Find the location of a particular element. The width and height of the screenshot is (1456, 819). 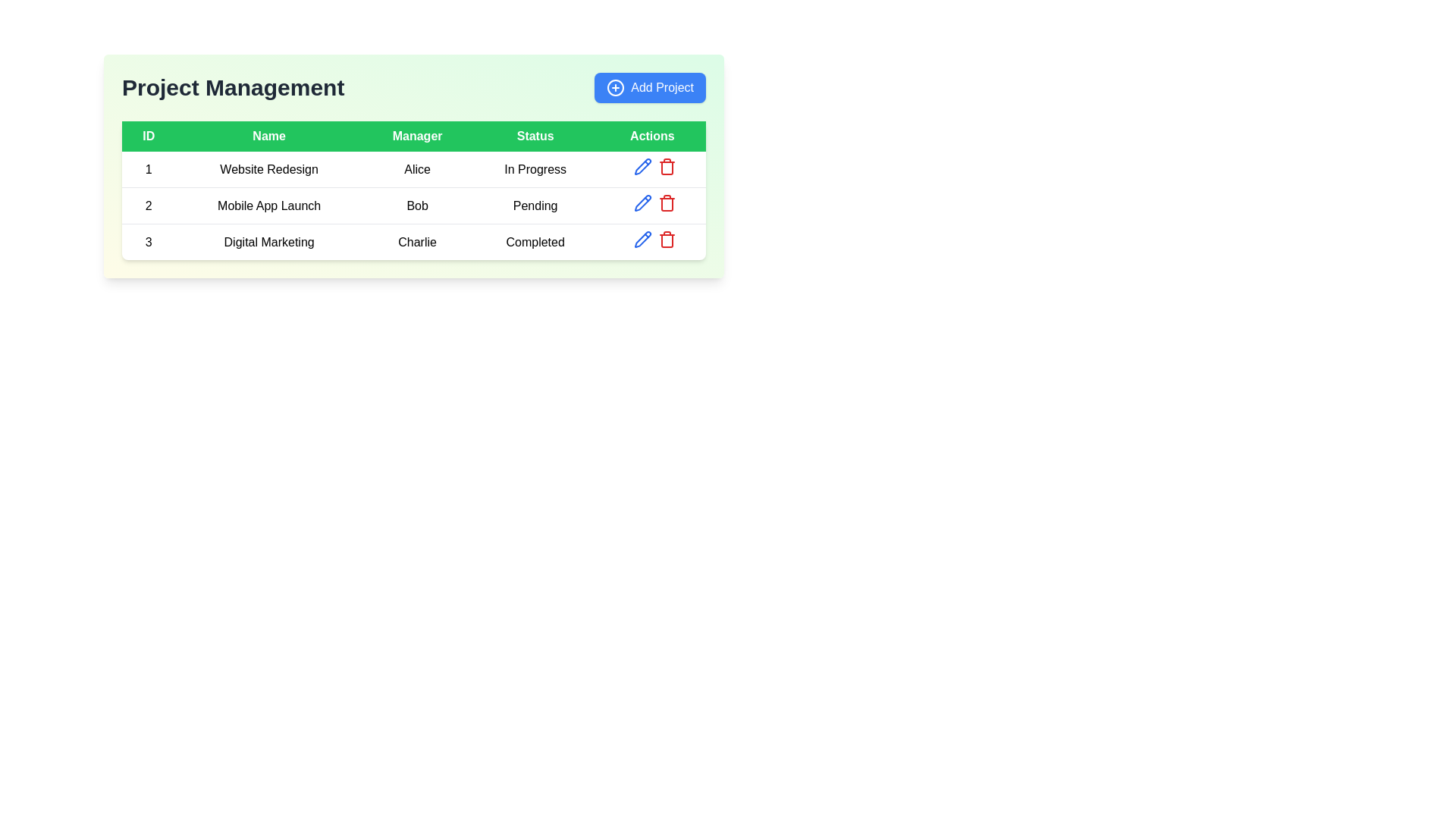

the Header cell labeled 'Actions' at the far right of the table is located at coordinates (652, 136).